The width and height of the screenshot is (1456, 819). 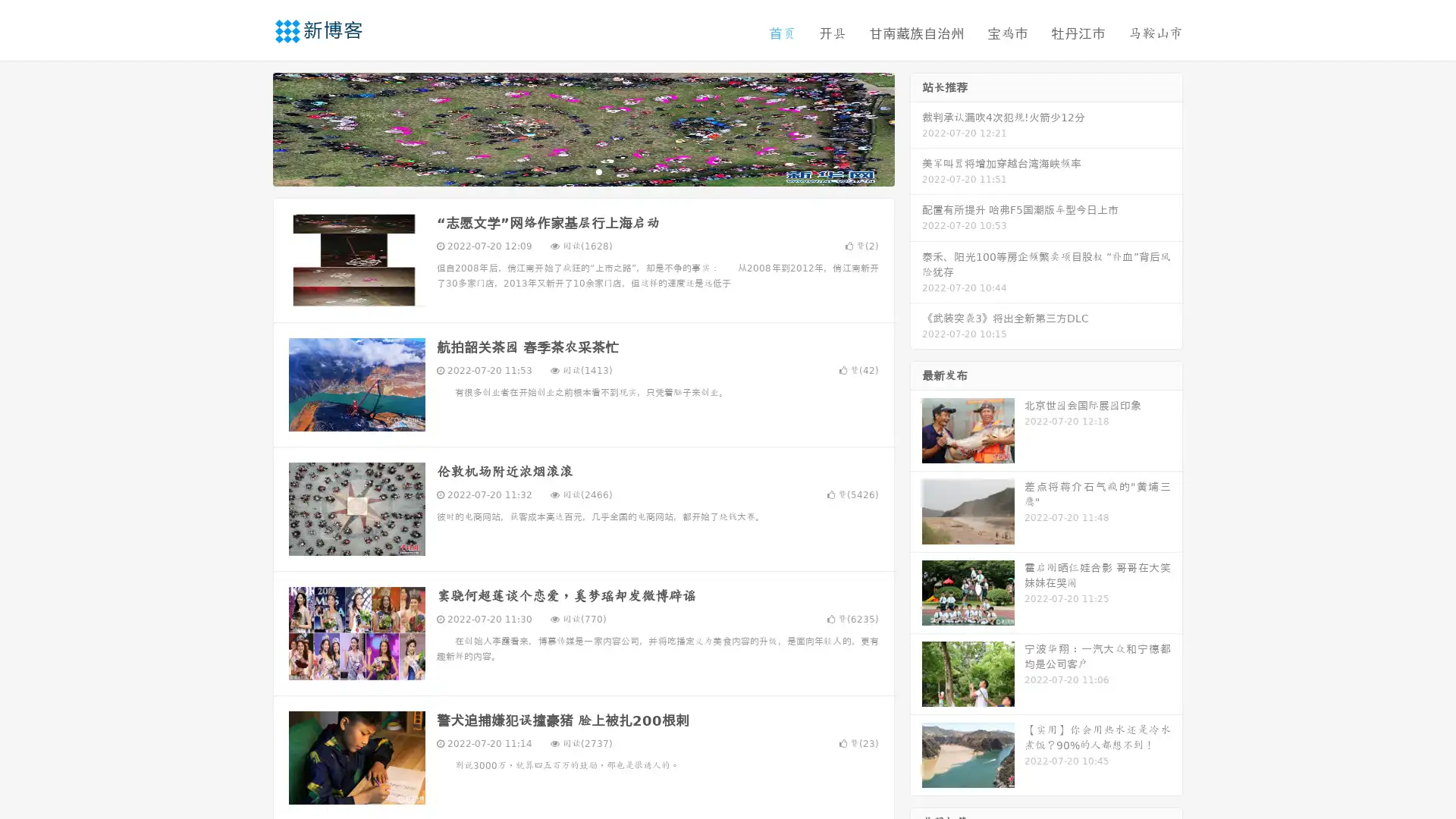 I want to click on Next slide, so click(x=916, y=127).